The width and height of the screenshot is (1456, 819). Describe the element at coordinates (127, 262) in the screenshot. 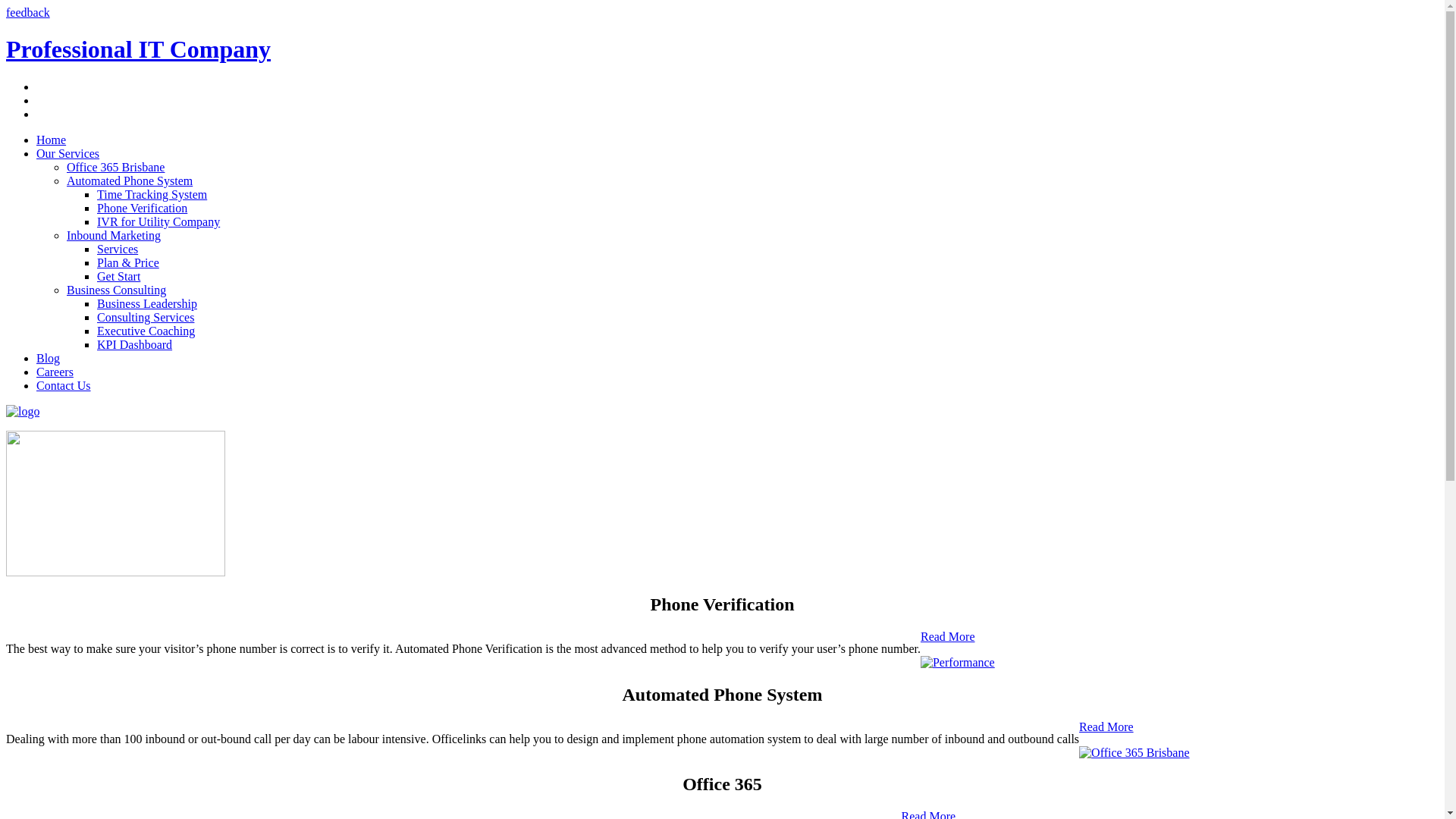

I see `'Plan & Price'` at that location.